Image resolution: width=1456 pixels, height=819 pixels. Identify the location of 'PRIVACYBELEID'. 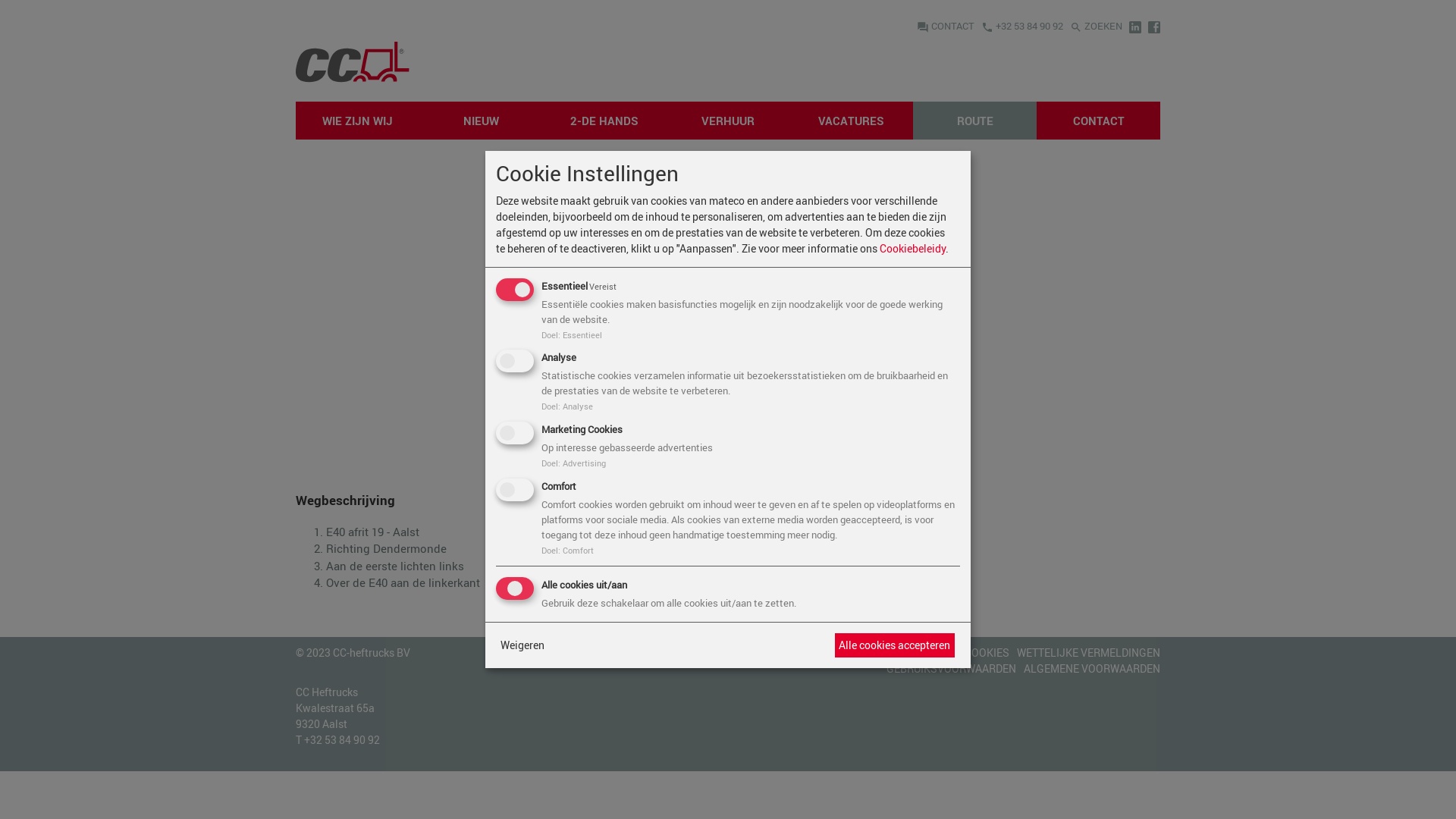
(917, 651).